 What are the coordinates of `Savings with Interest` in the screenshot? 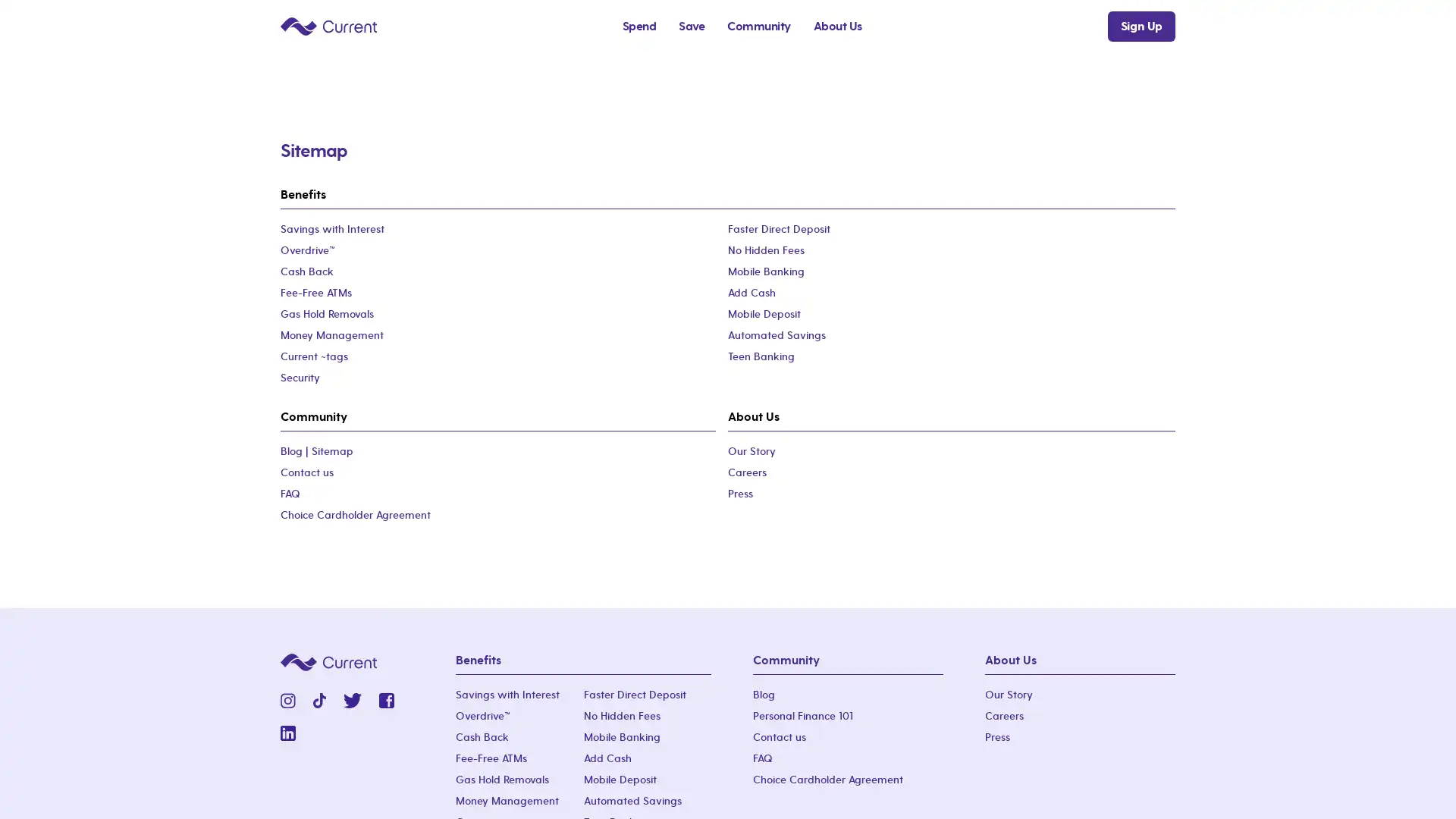 It's located at (507, 695).